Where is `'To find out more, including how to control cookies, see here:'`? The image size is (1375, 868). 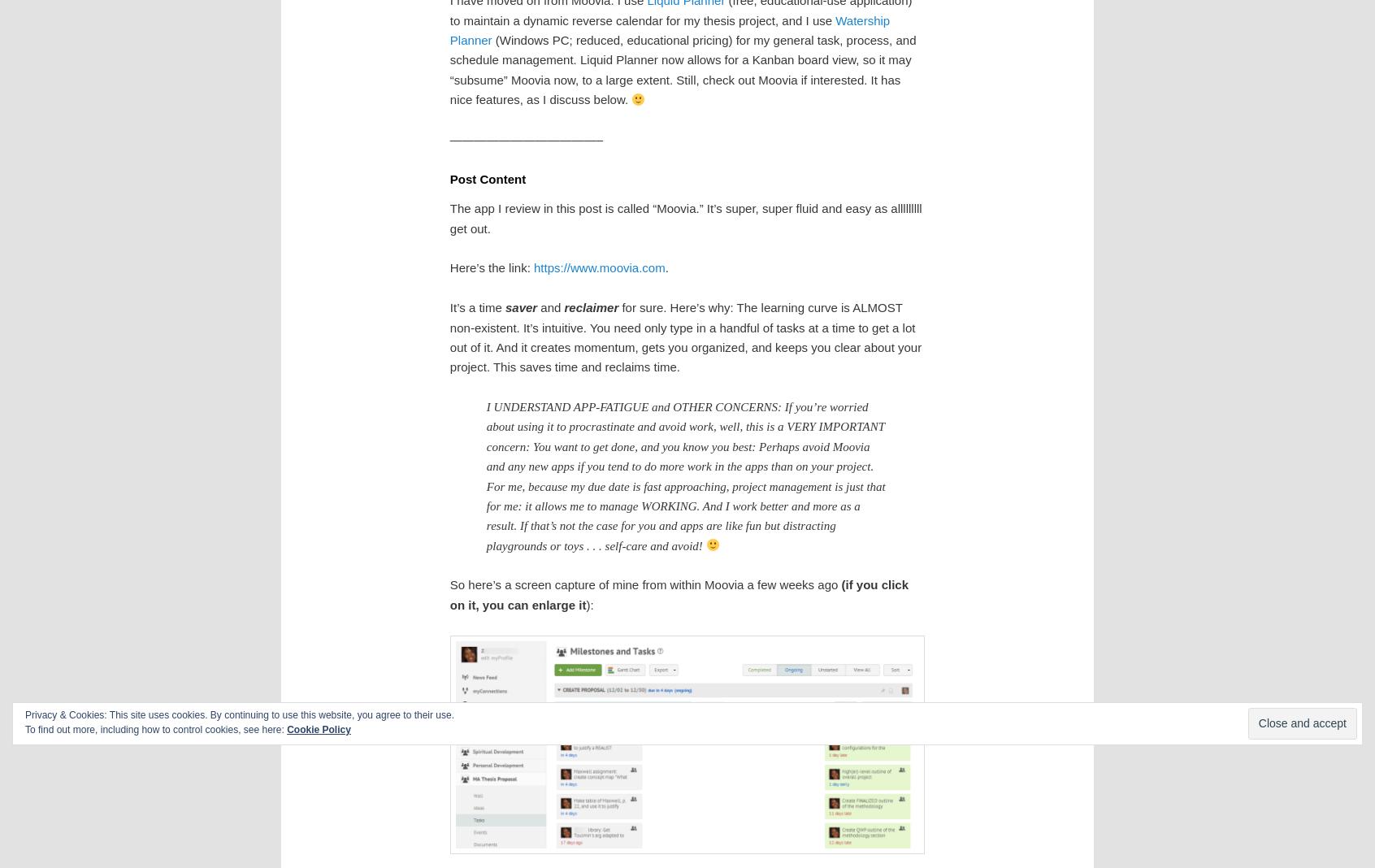 'To find out more, including how to control cookies, see here:' is located at coordinates (24, 728).